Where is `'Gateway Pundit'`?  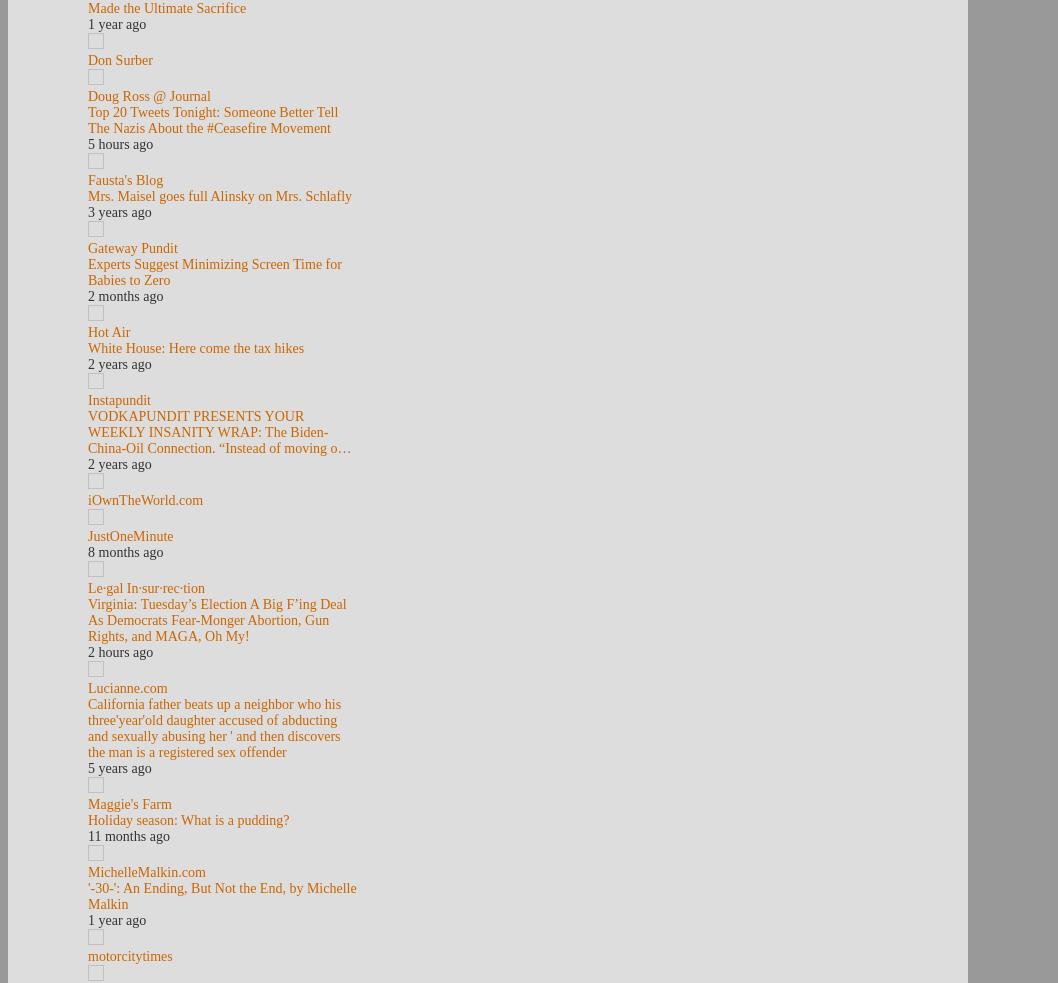 'Gateway Pundit' is located at coordinates (131, 248).